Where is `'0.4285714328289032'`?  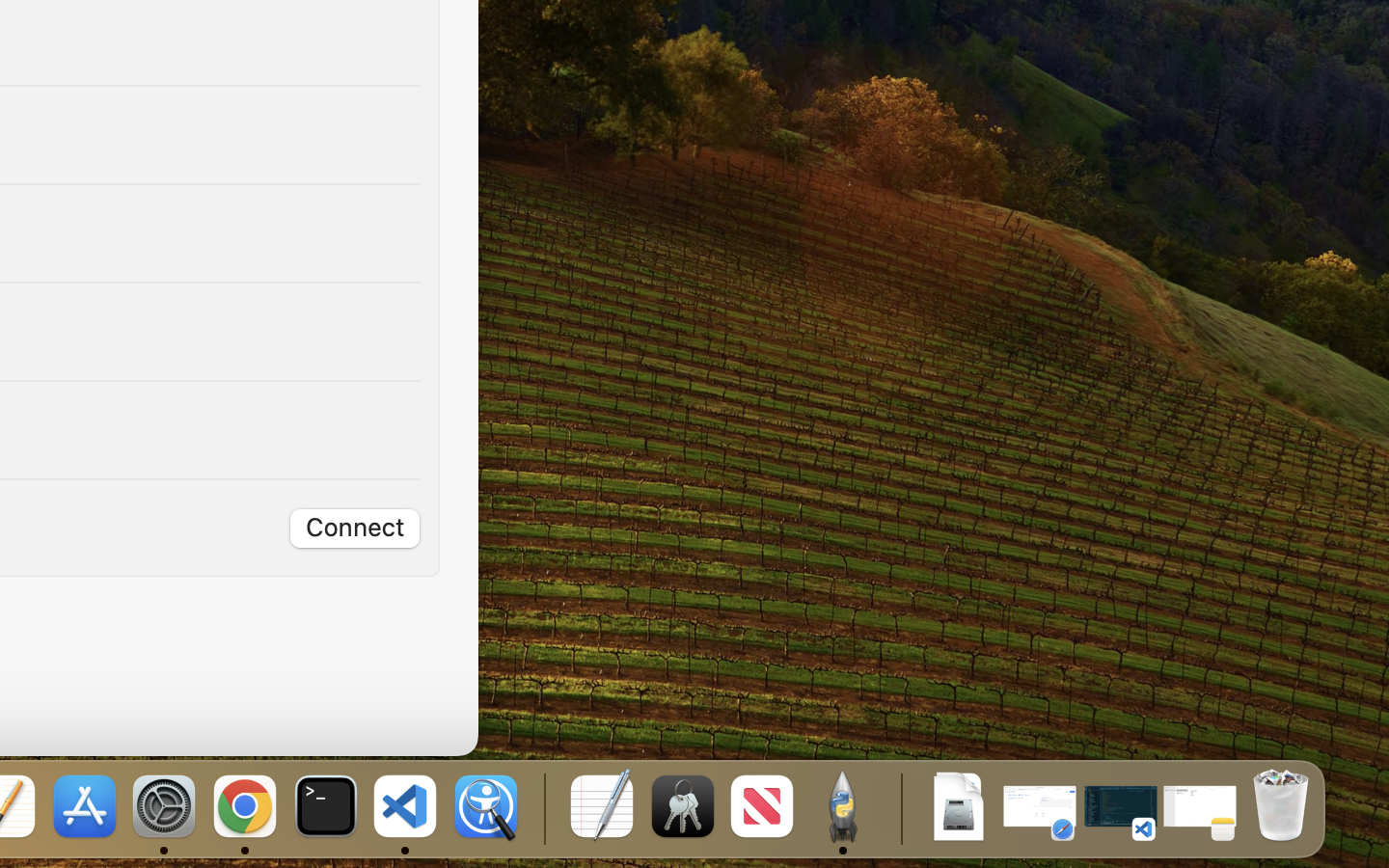
'0.4285714328289032' is located at coordinates (542, 807).